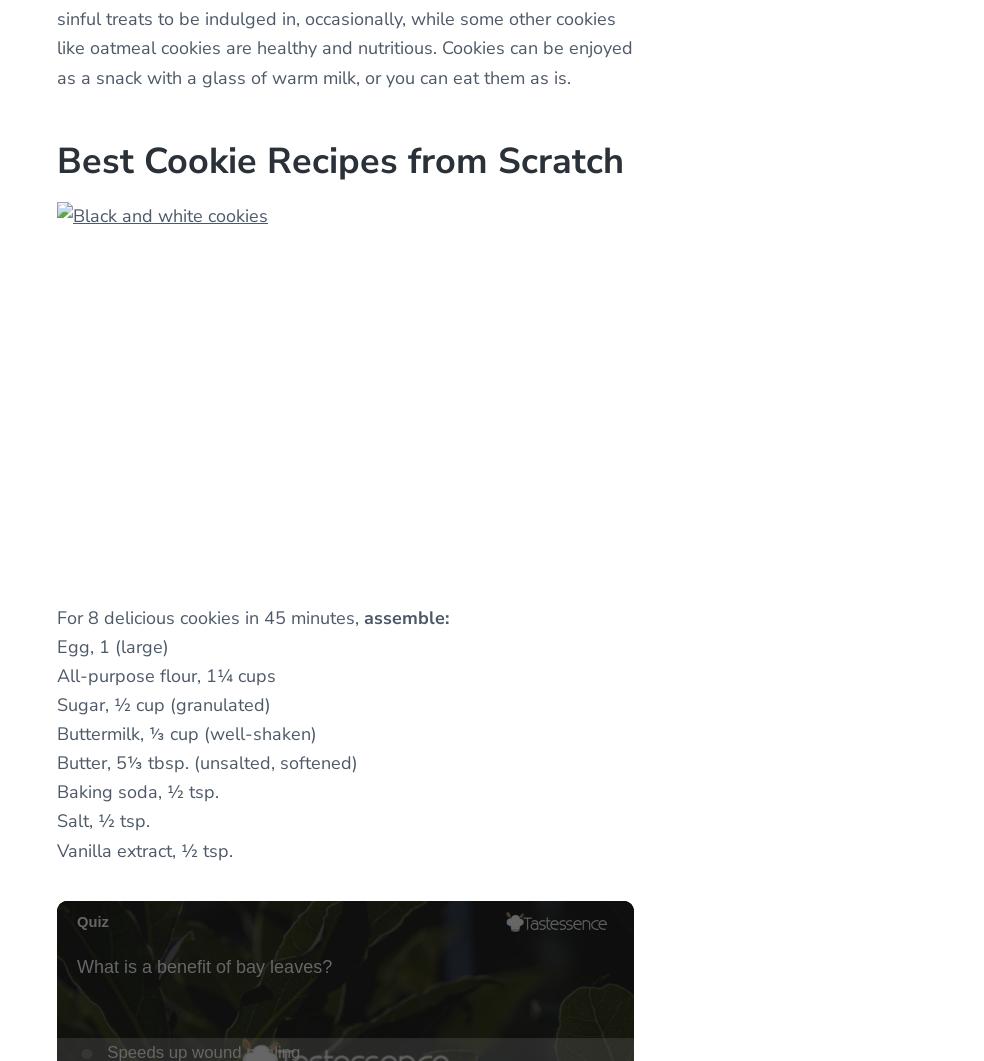  I want to click on 'All-purpose flour, 1¼ cups', so click(55, 674).